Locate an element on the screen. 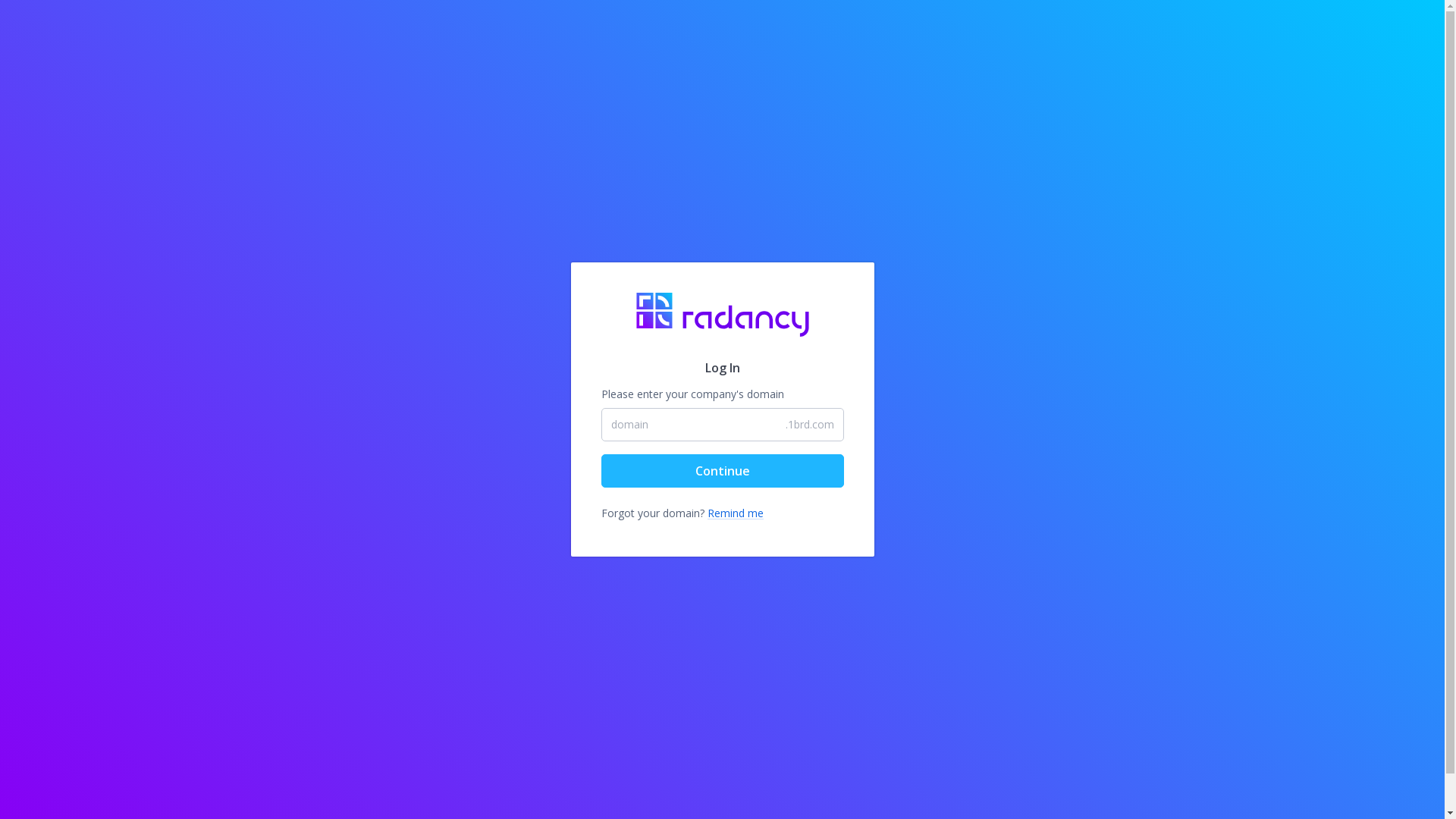 This screenshot has width=1456, height=819. 'Continue' is located at coordinates (720, 470).